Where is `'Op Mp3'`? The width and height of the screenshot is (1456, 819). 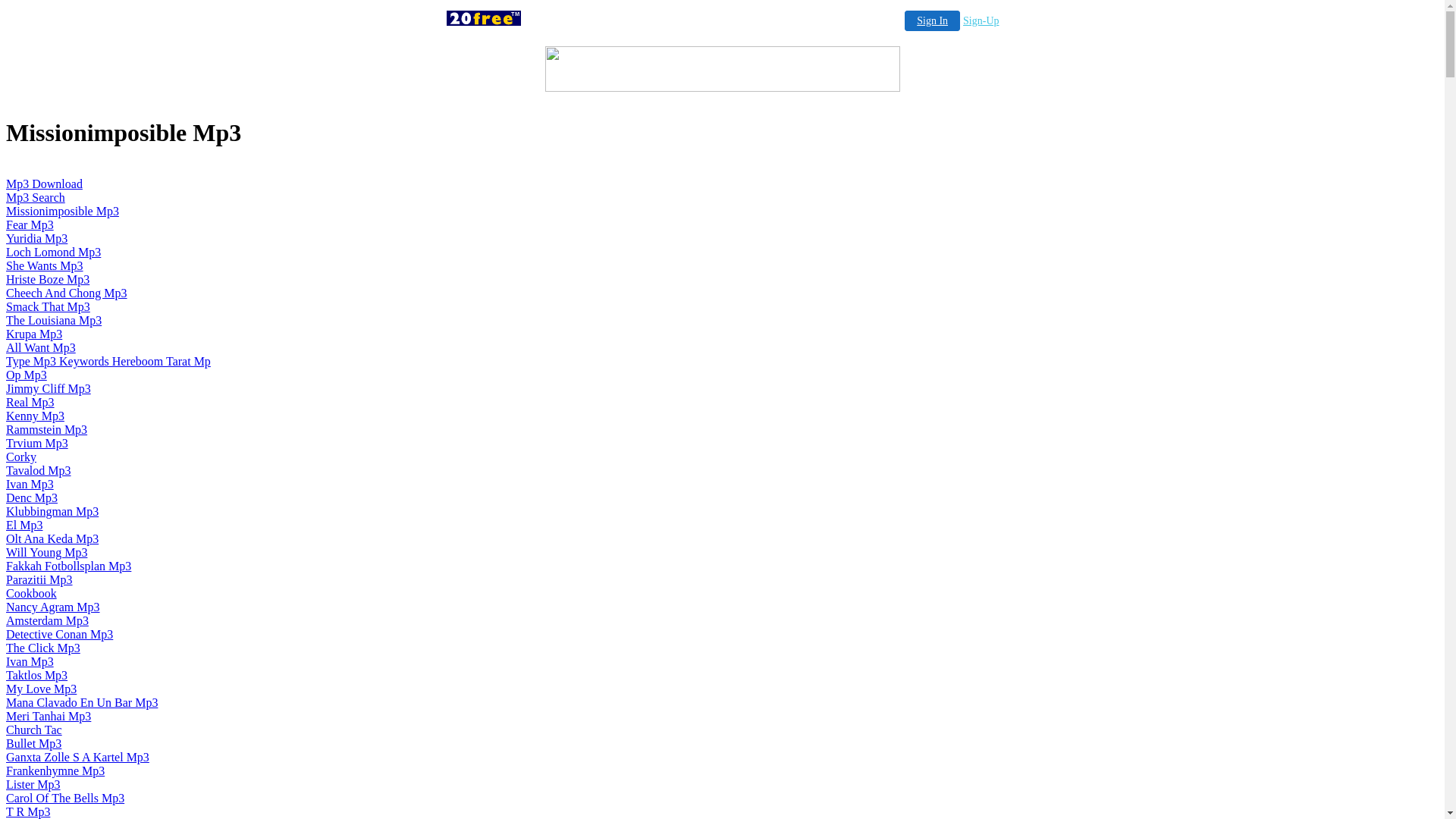 'Op Mp3' is located at coordinates (6, 375).